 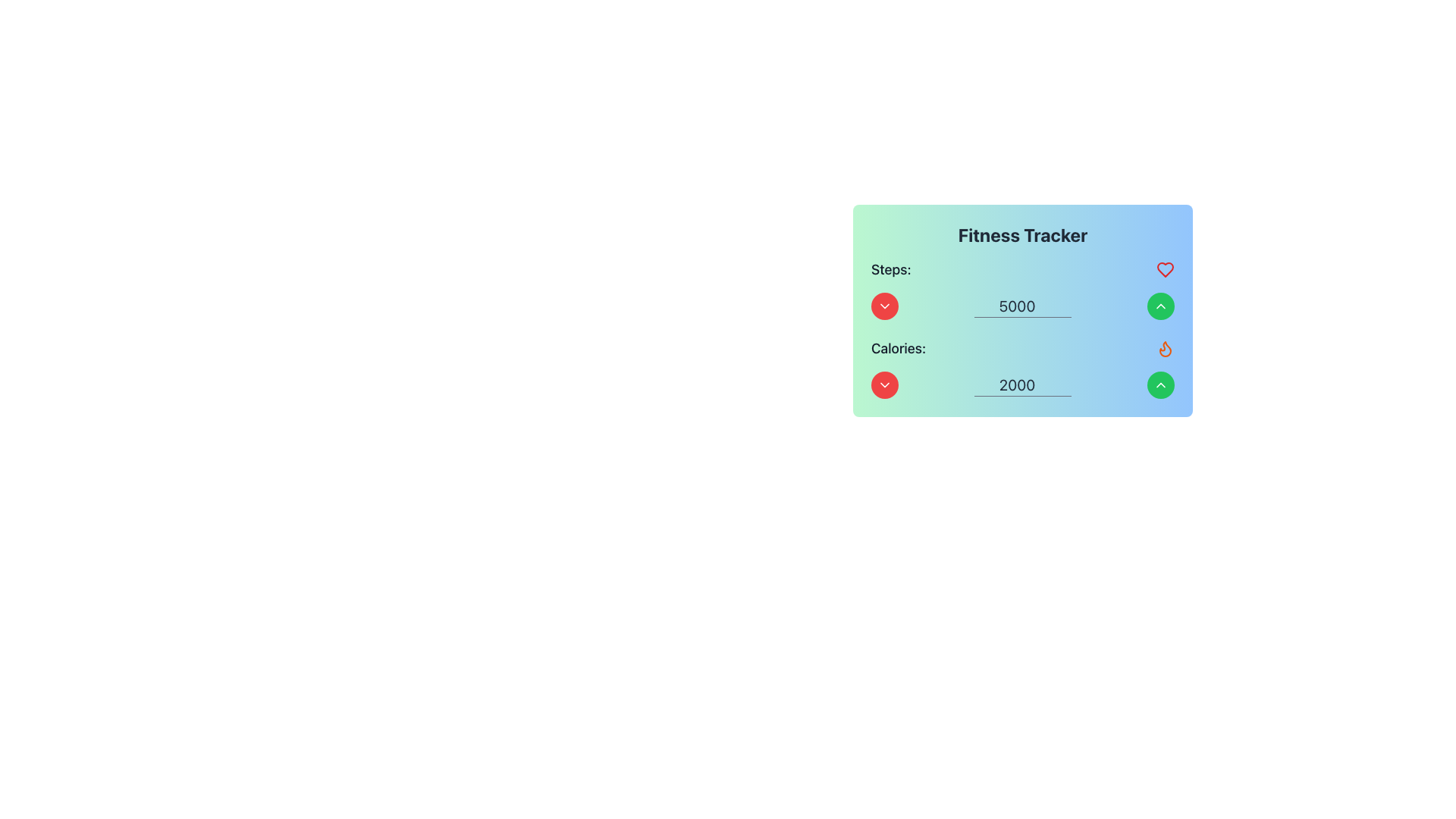 What do you see at coordinates (1022, 268) in the screenshot?
I see `the 'Steps:' text label with a red heart icon` at bounding box center [1022, 268].